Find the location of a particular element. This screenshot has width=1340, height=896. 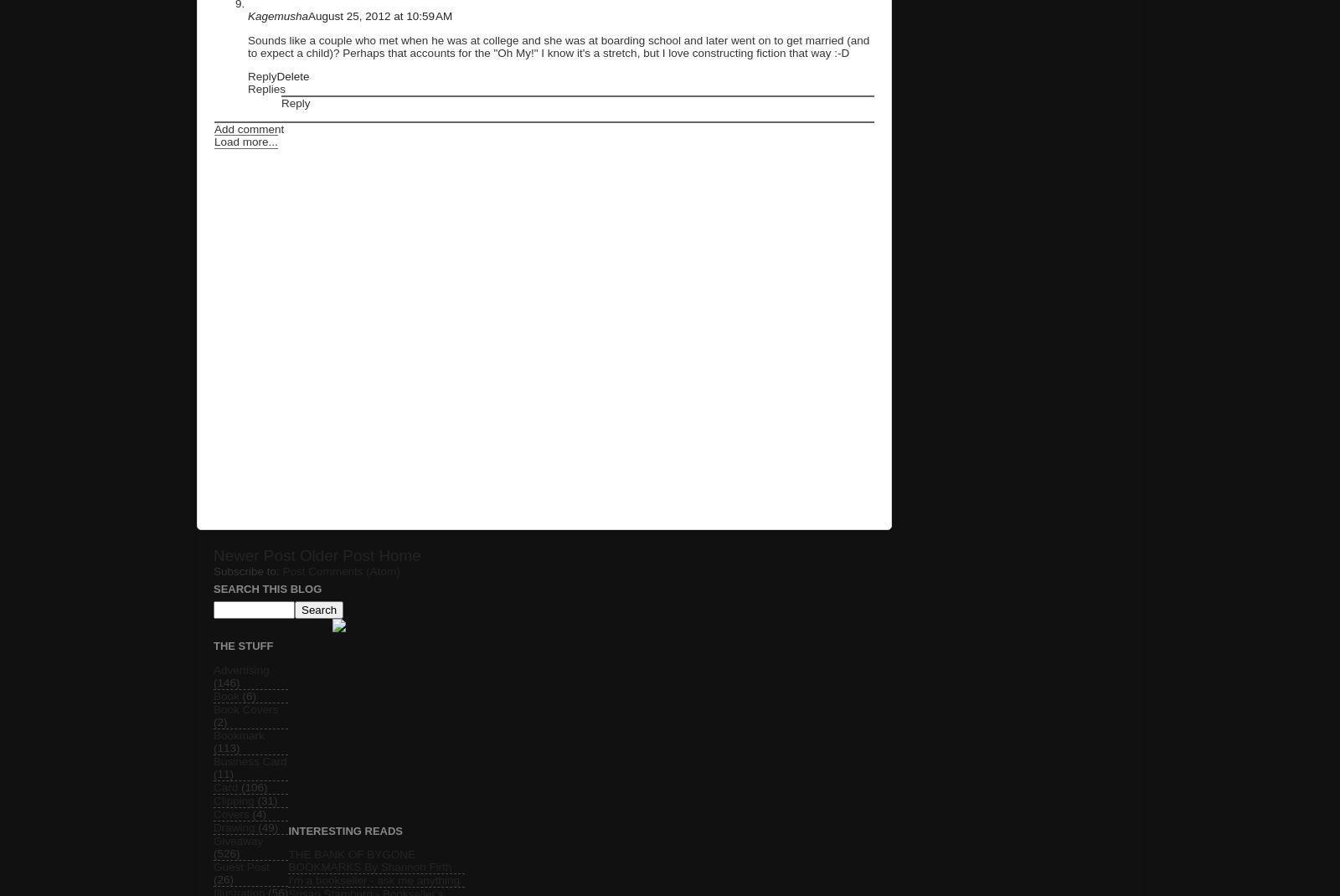

'(526)' is located at coordinates (226, 852).